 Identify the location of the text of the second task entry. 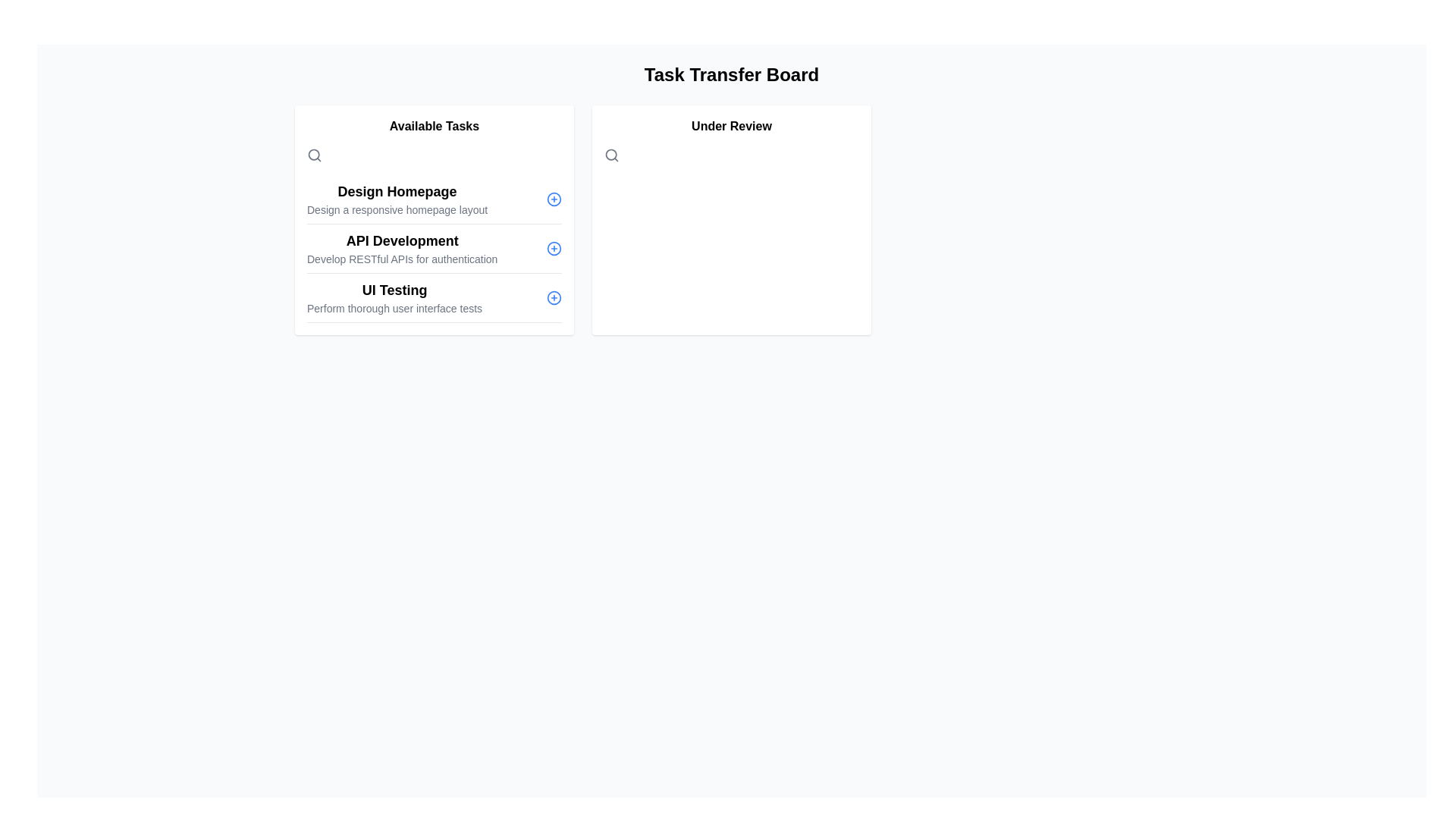
(433, 247).